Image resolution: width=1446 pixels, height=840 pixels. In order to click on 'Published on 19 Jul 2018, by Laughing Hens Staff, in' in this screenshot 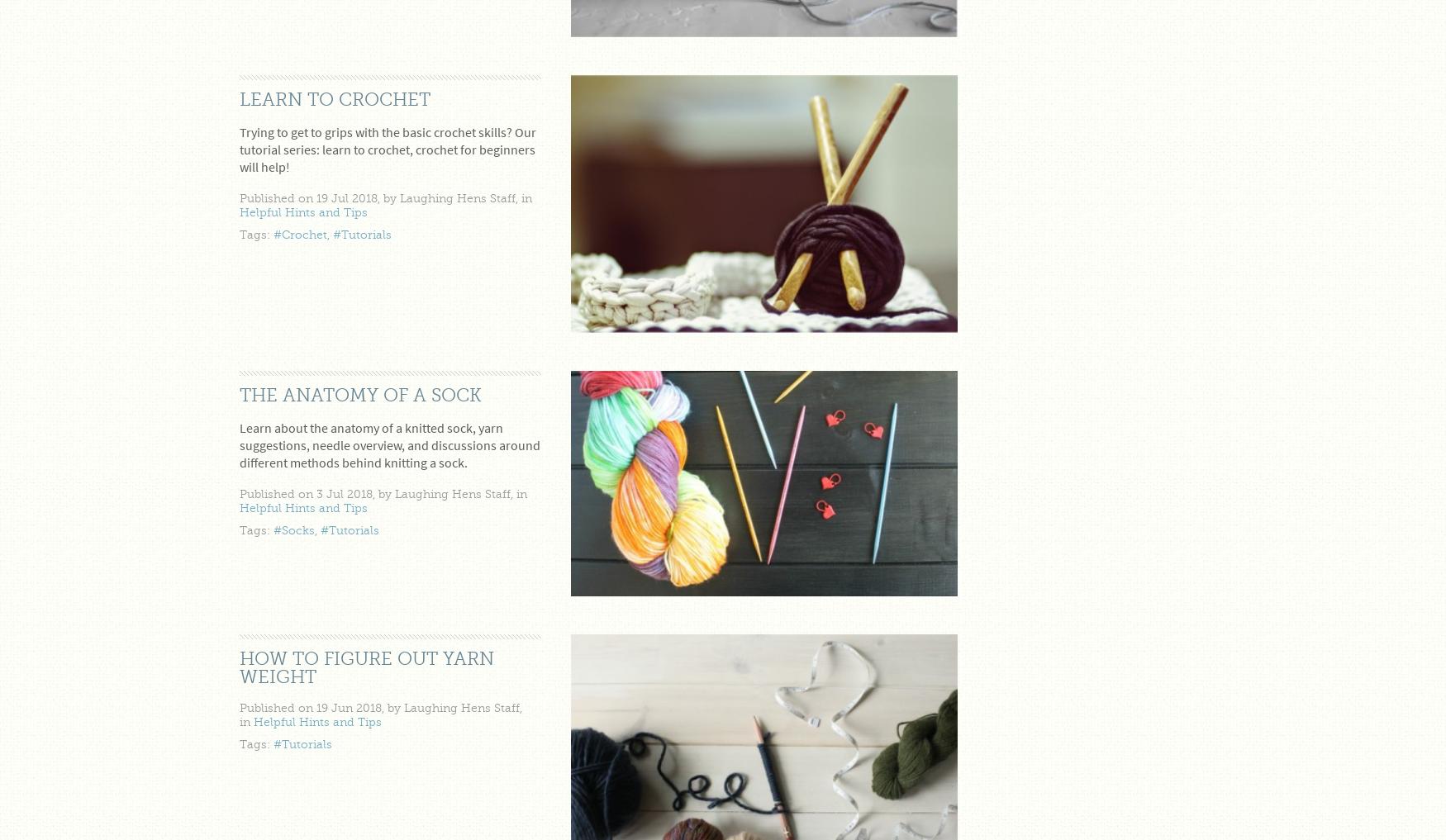, I will do `click(386, 197)`.